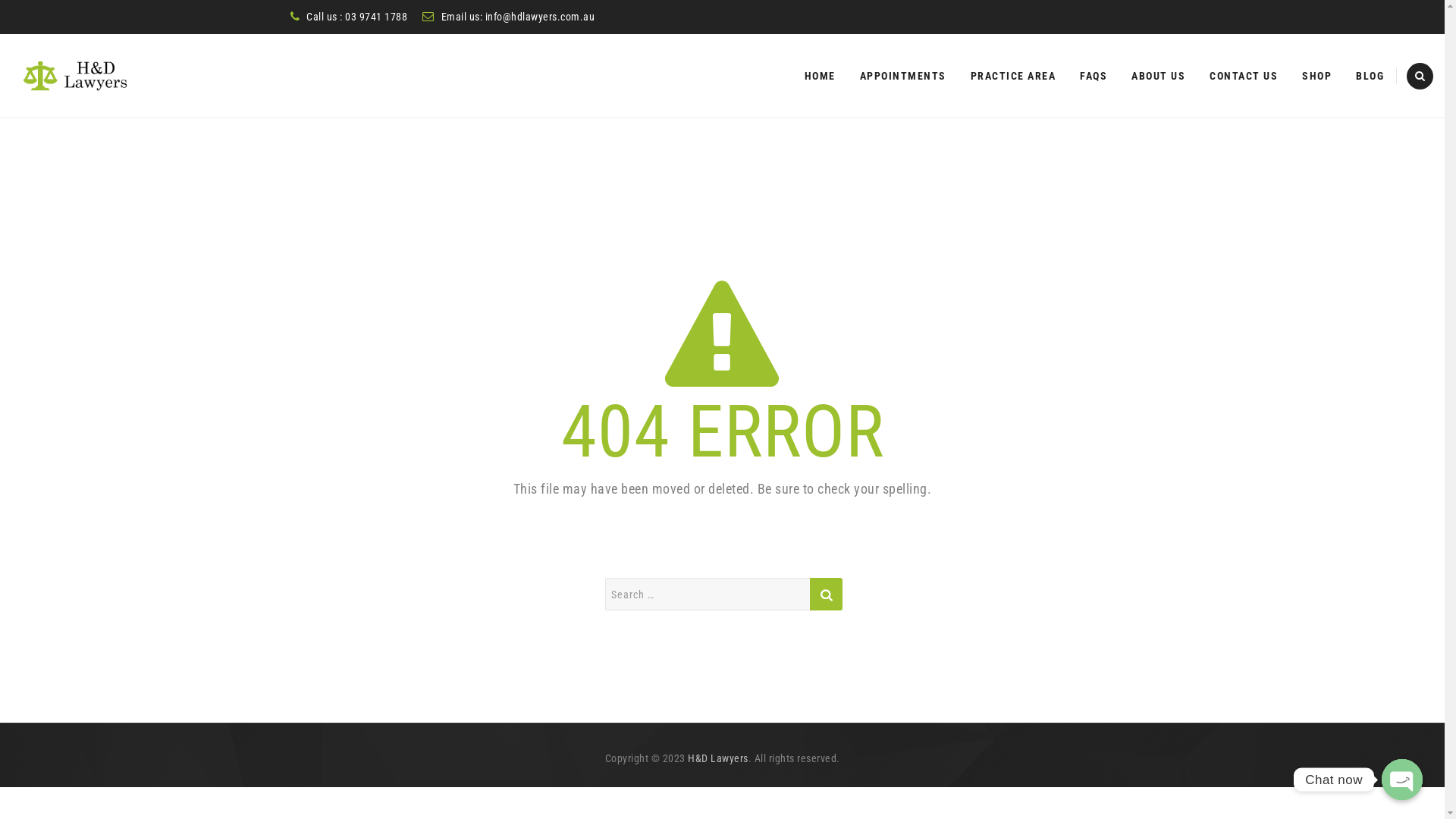  I want to click on 'HOME', so click(818, 76).